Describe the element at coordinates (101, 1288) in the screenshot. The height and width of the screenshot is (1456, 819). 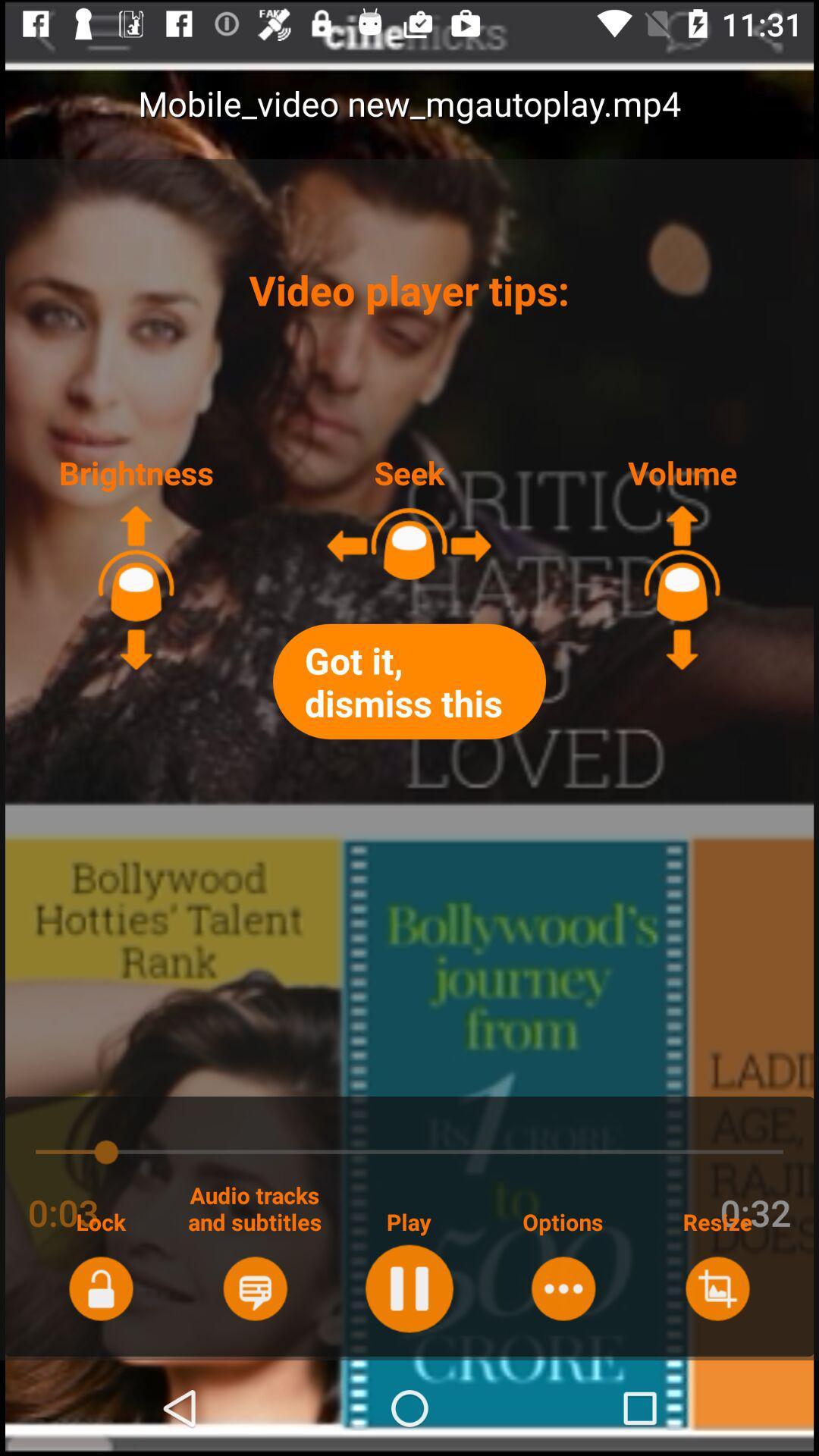
I see `the lock icon` at that location.